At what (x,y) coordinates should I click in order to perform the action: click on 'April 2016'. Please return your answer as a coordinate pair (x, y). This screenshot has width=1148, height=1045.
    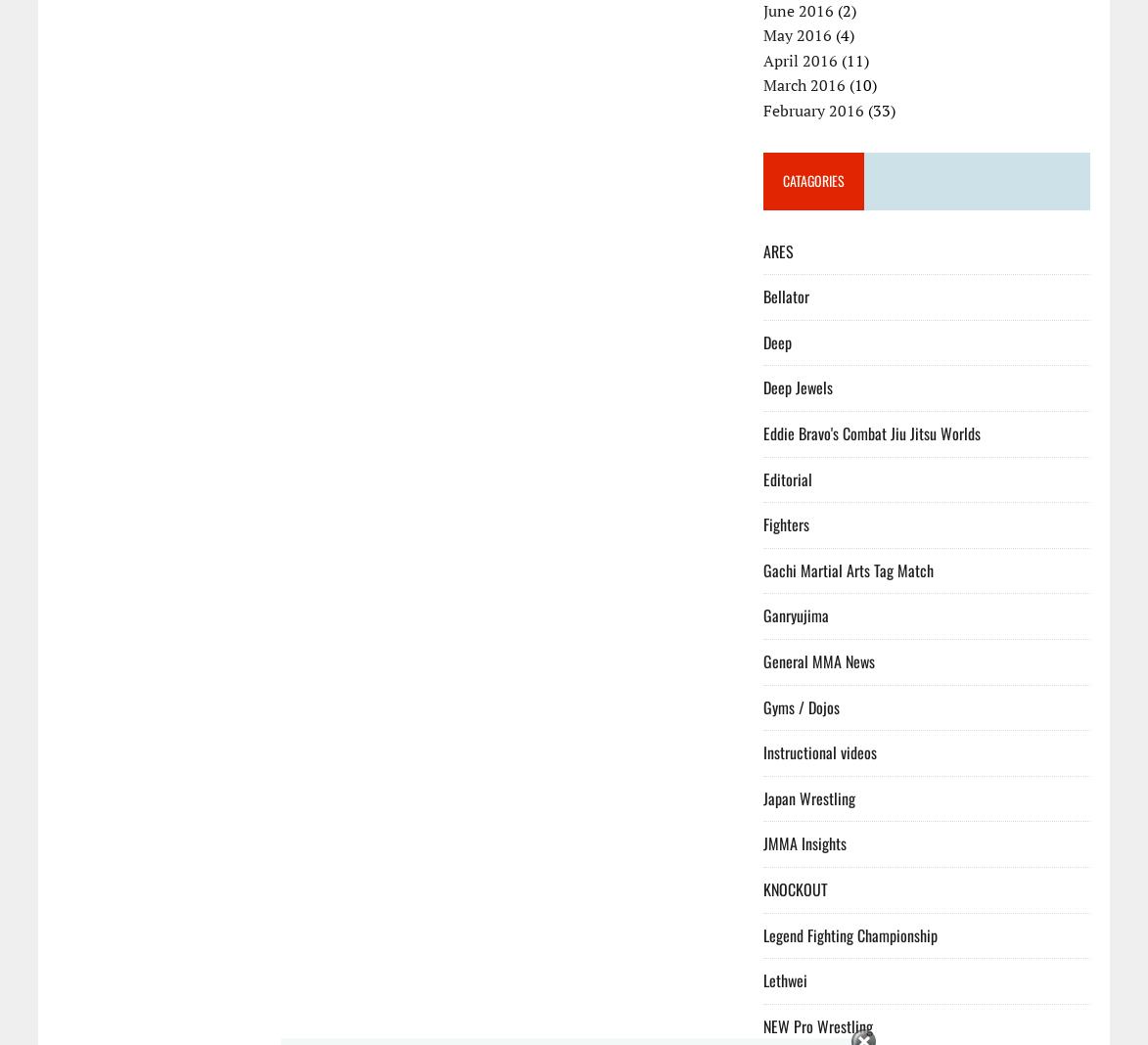
    Looking at the image, I should click on (801, 58).